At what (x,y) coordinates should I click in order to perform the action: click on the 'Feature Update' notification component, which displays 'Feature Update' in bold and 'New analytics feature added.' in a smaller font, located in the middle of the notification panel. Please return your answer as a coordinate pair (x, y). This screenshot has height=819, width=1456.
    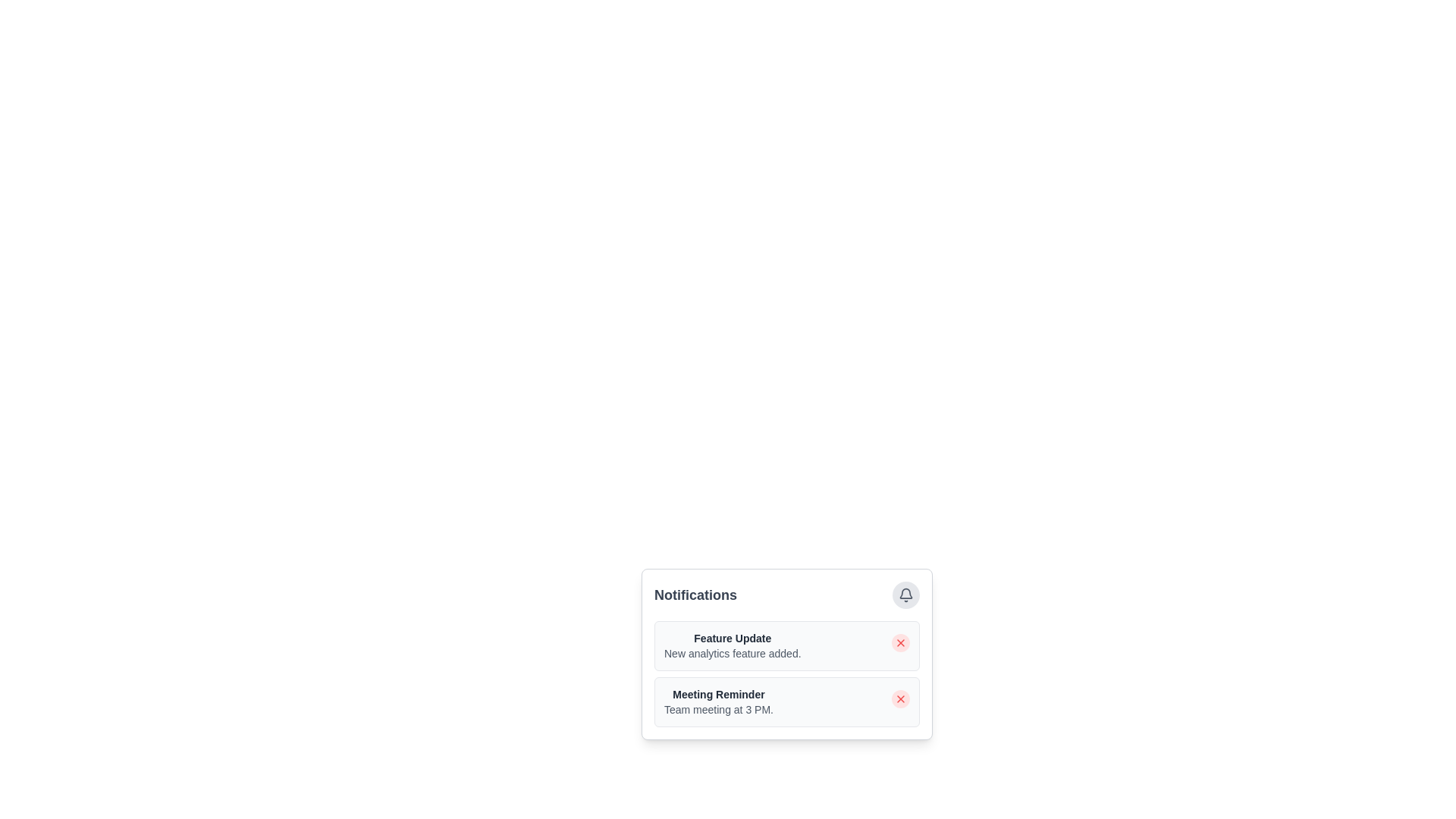
    Looking at the image, I should click on (733, 646).